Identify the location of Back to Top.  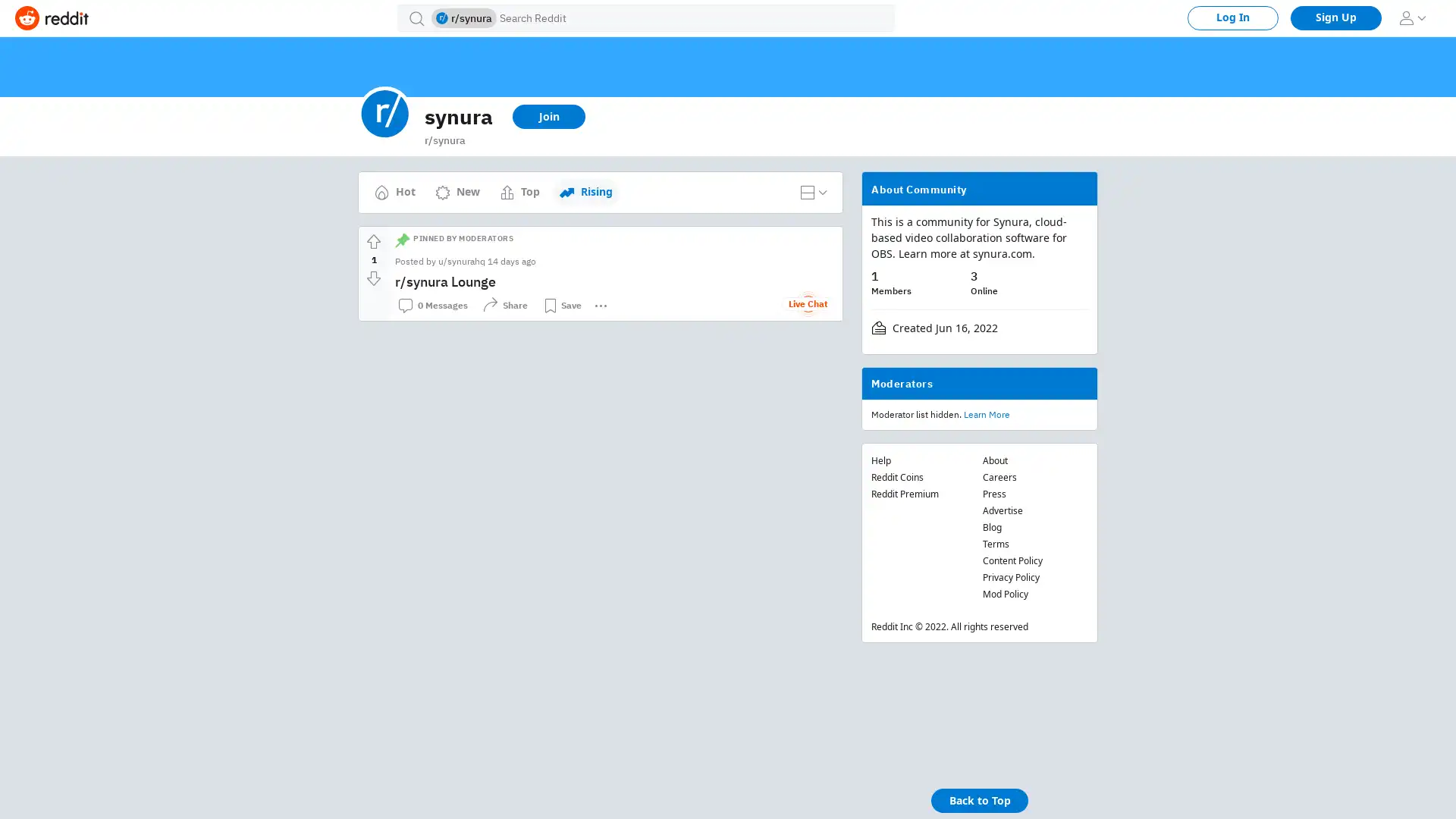
(979, 800).